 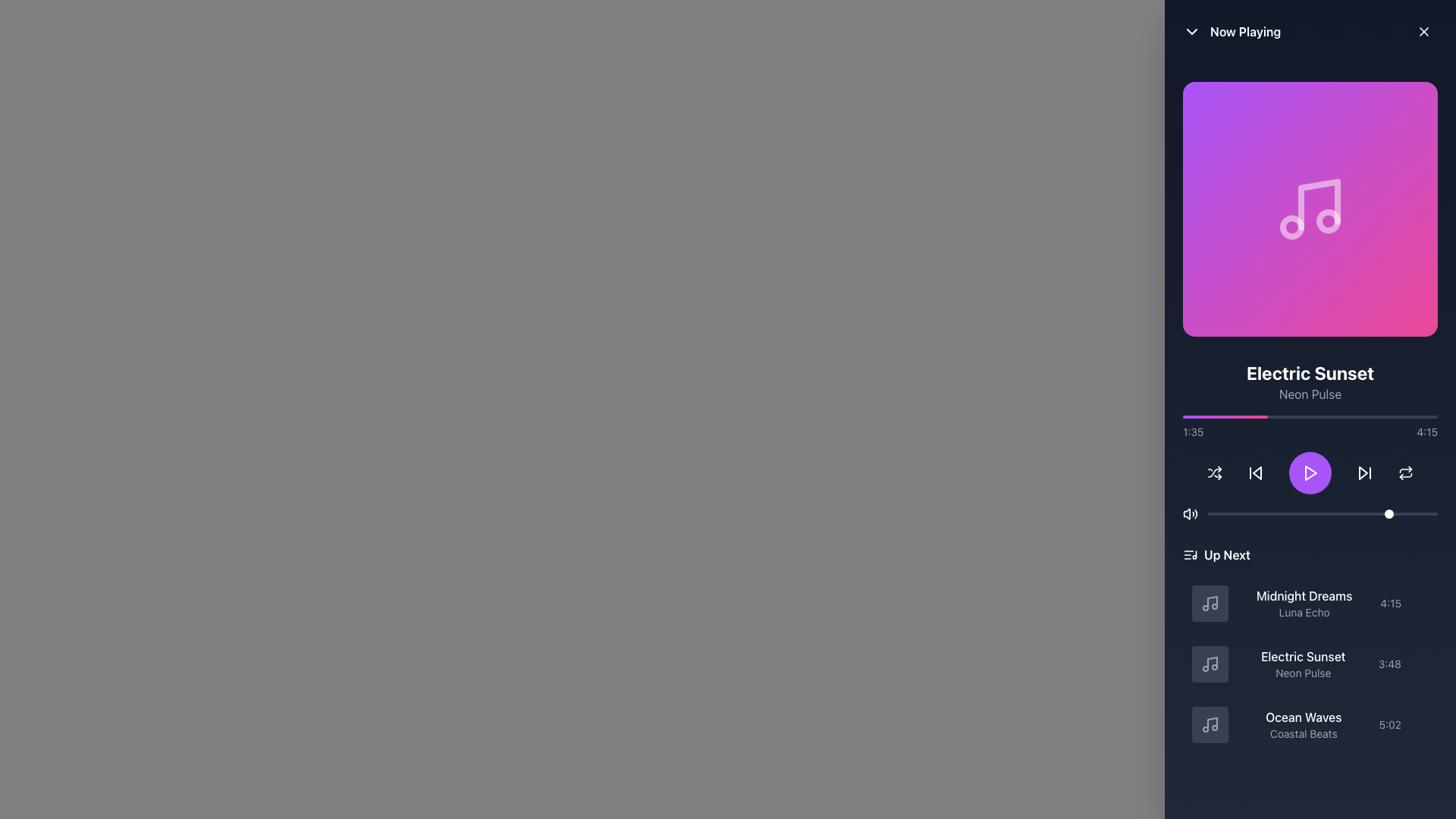 What do you see at coordinates (1310, 663) in the screenshot?
I see `the second list item in the 'Up Next' section, which features the text header 'Electric Sunset', sub-text 'Neon Pulse', and duration '3:48'` at bounding box center [1310, 663].